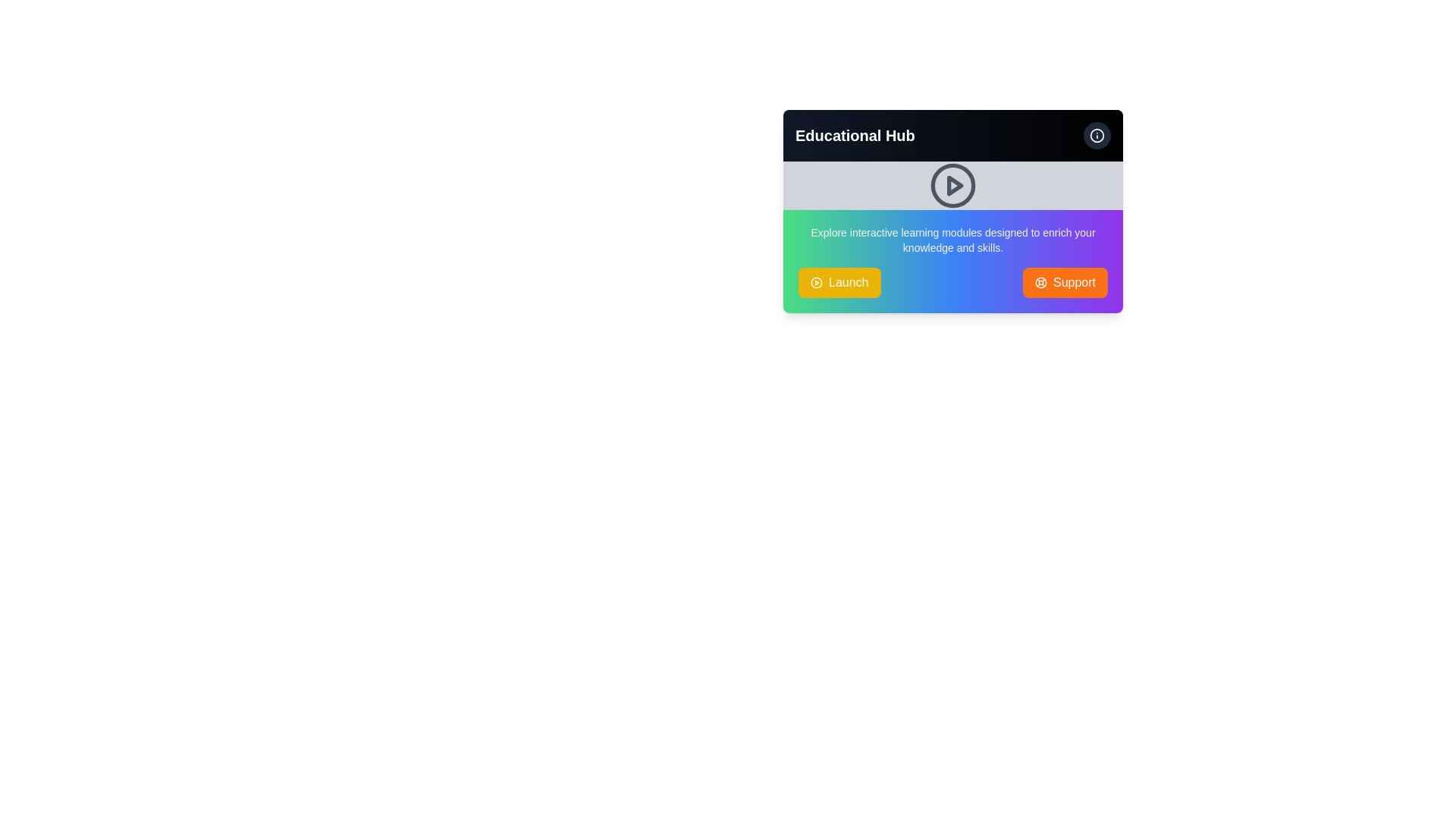 This screenshot has width=1456, height=819. What do you see at coordinates (1097, 134) in the screenshot?
I see `the information icon located at the top-right corner of the 'Educational Hub' card` at bounding box center [1097, 134].